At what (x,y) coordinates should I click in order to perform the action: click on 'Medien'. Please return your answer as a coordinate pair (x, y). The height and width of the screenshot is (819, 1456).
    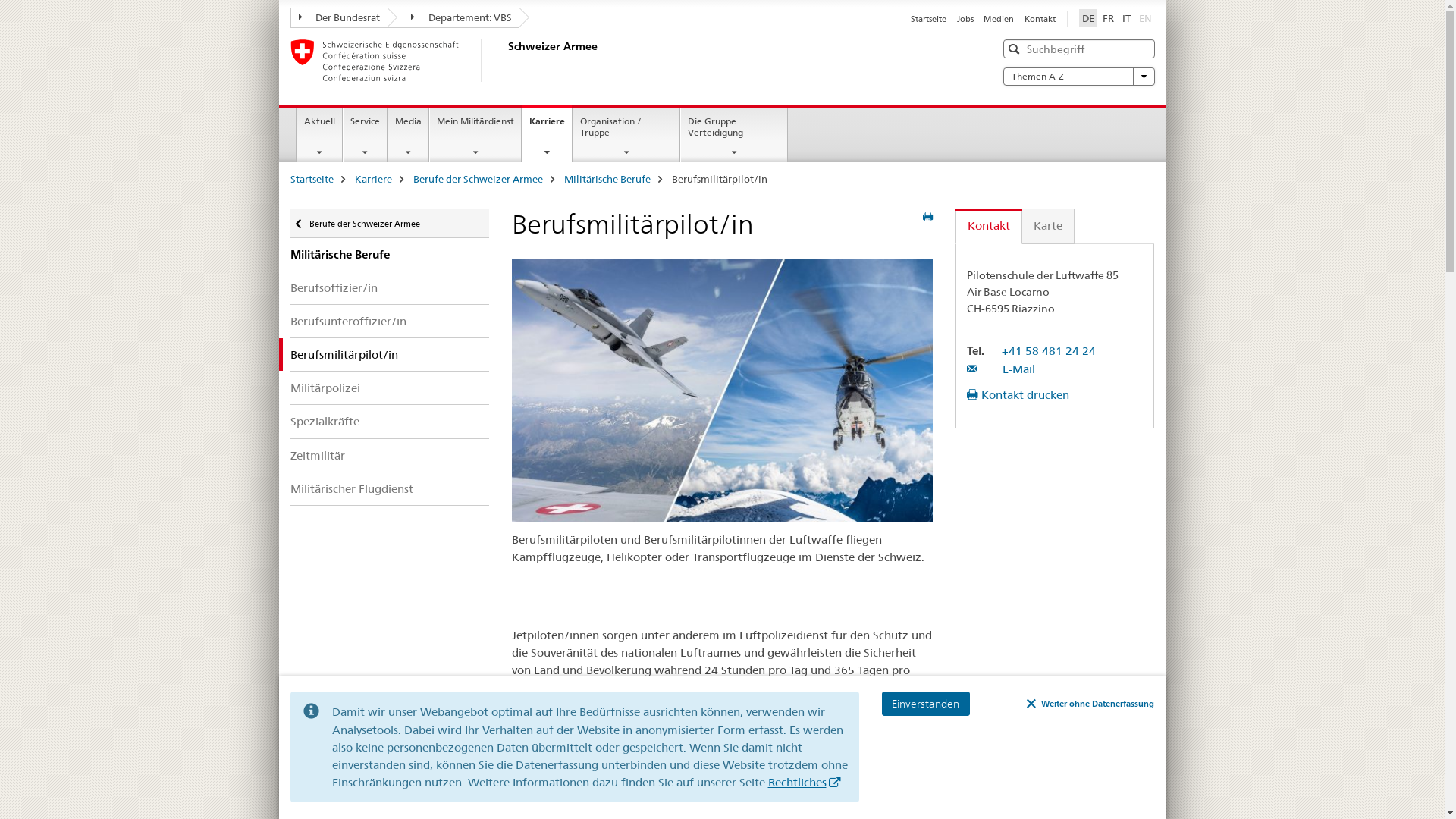
    Looking at the image, I should click on (998, 18).